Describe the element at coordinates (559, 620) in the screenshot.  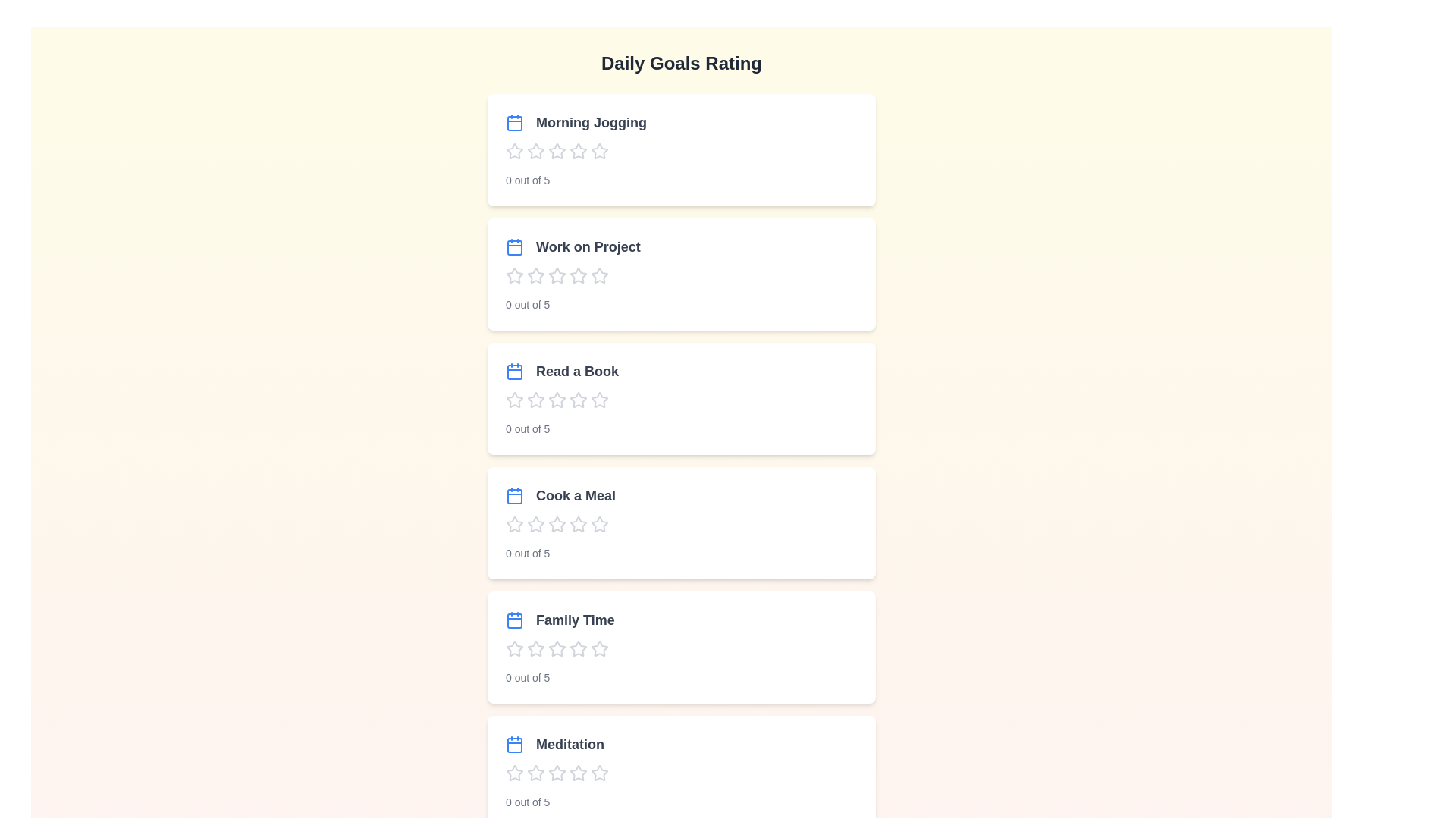
I see `the goal title corresponding to Family Time` at that location.